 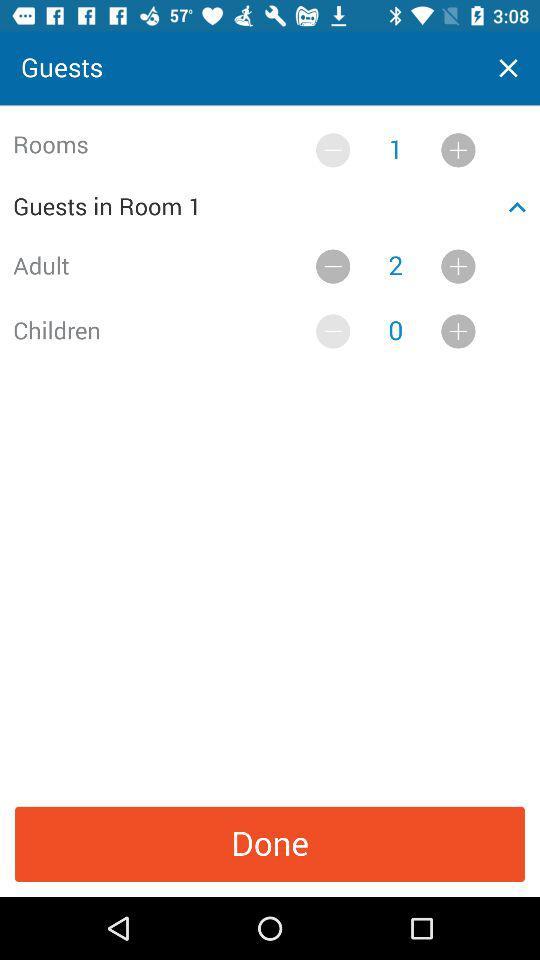 What do you see at coordinates (508, 68) in the screenshot?
I see `out screen` at bounding box center [508, 68].